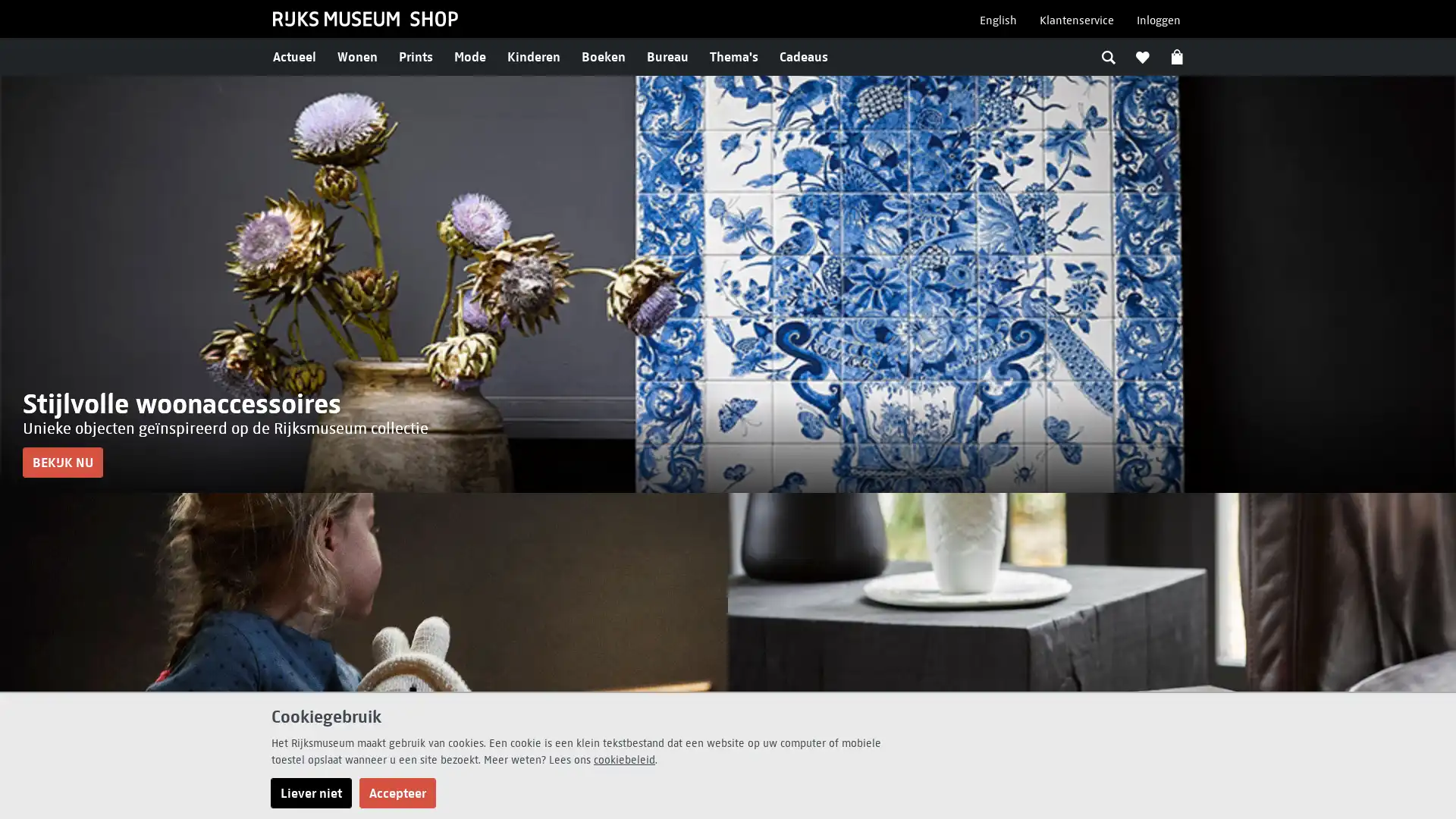  I want to click on English, so click(998, 20).